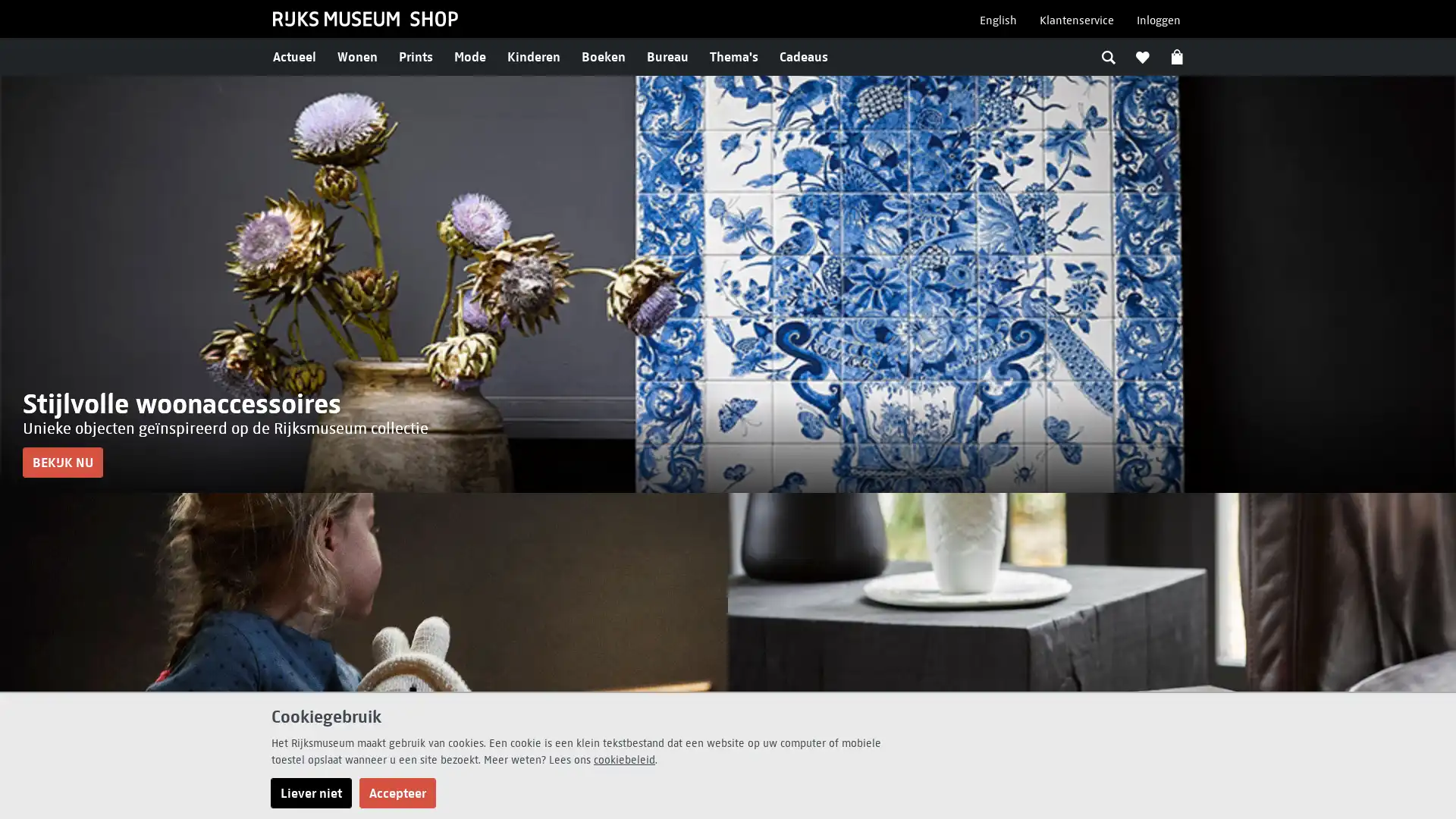  I want to click on English, so click(998, 20).